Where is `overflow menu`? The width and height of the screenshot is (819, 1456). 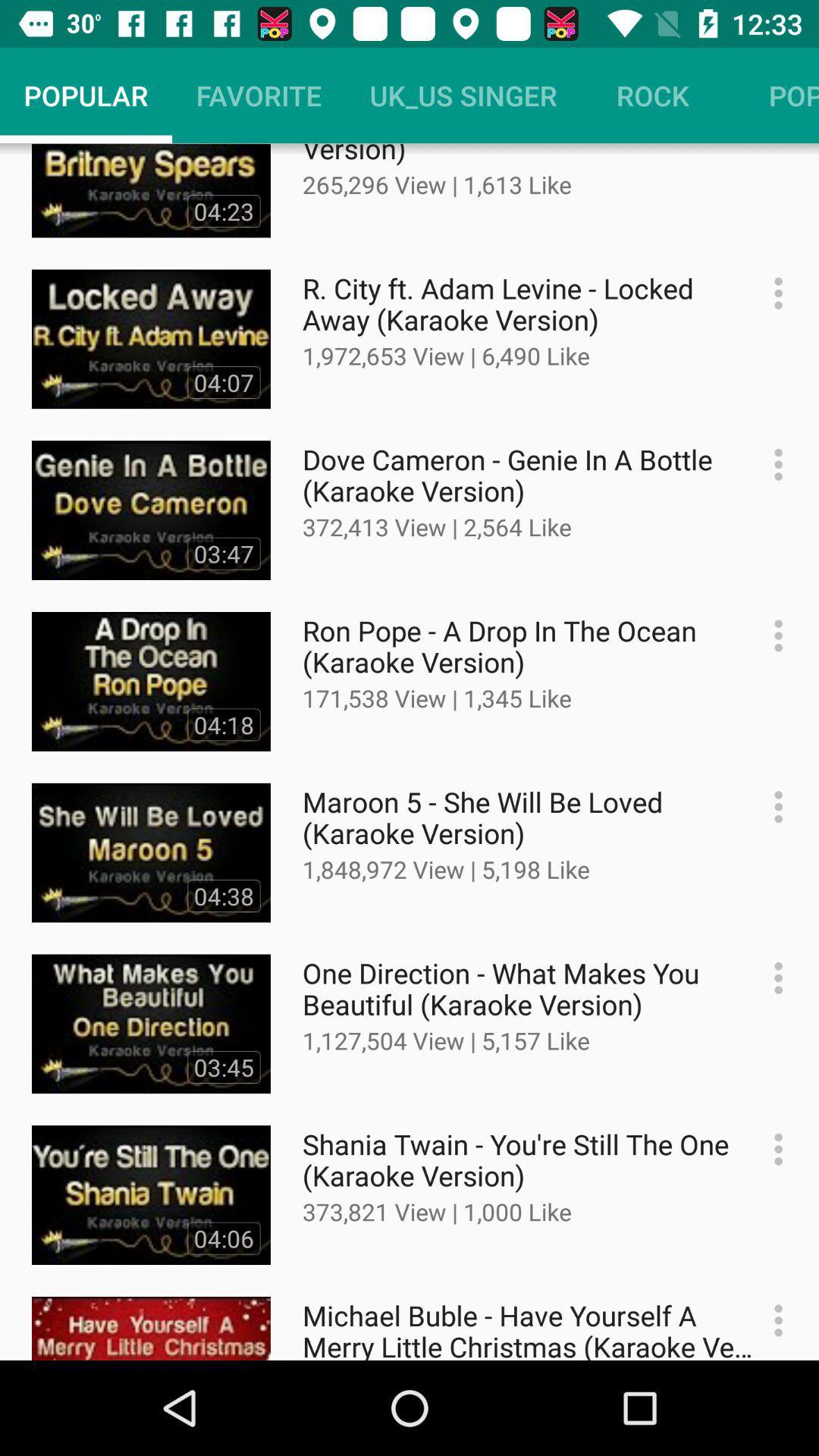 overflow menu is located at coordinates (770, 463).